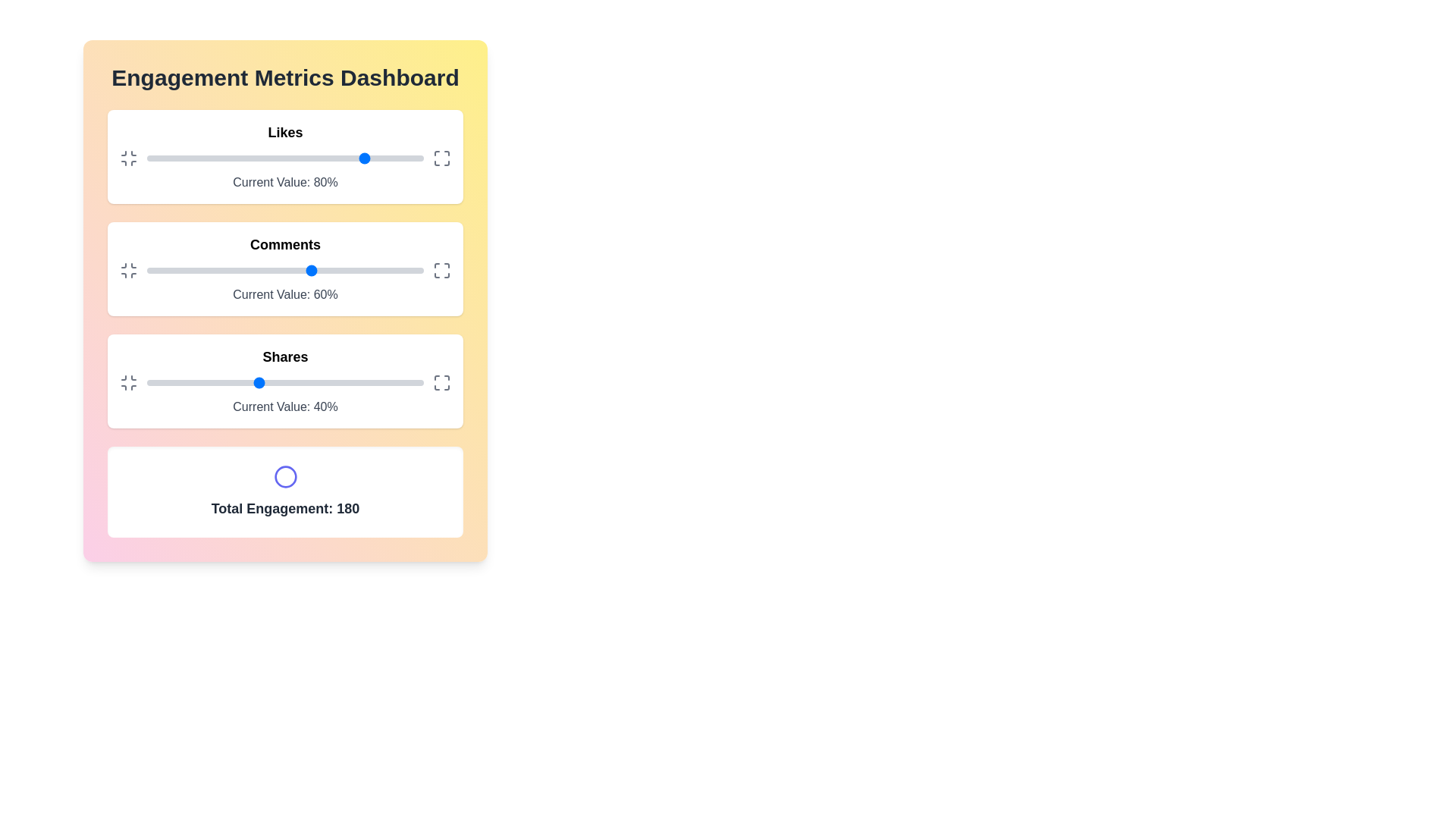 This screenshot has width=1456, height=819. What do you see at coordinates (379, 270) in the screenshot?
I see `comments` at bounding box center [379, 270].